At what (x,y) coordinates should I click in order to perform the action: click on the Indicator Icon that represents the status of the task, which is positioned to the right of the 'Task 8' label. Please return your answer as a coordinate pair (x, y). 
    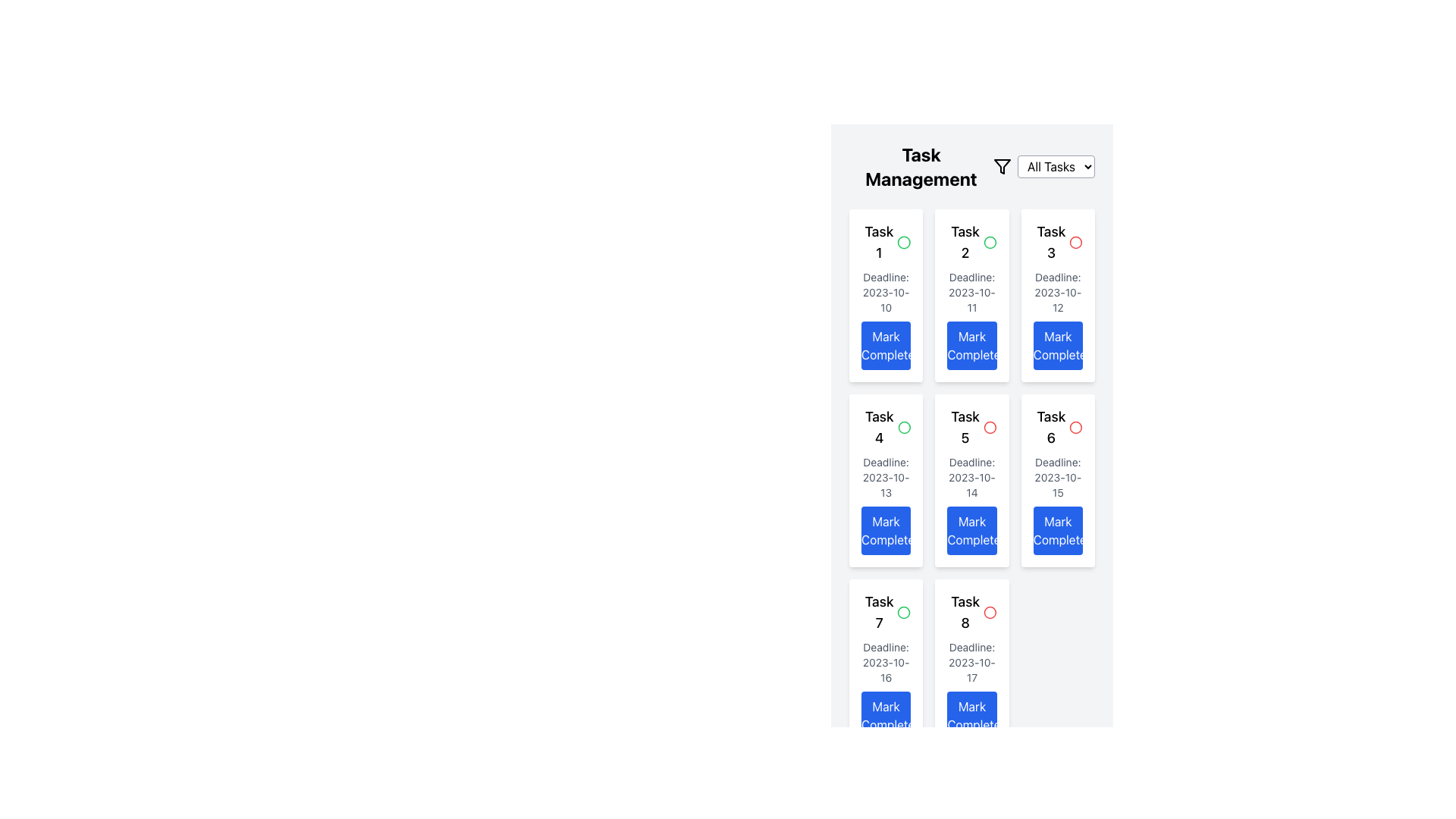
    Looking at the image, I should click on (990, 611).